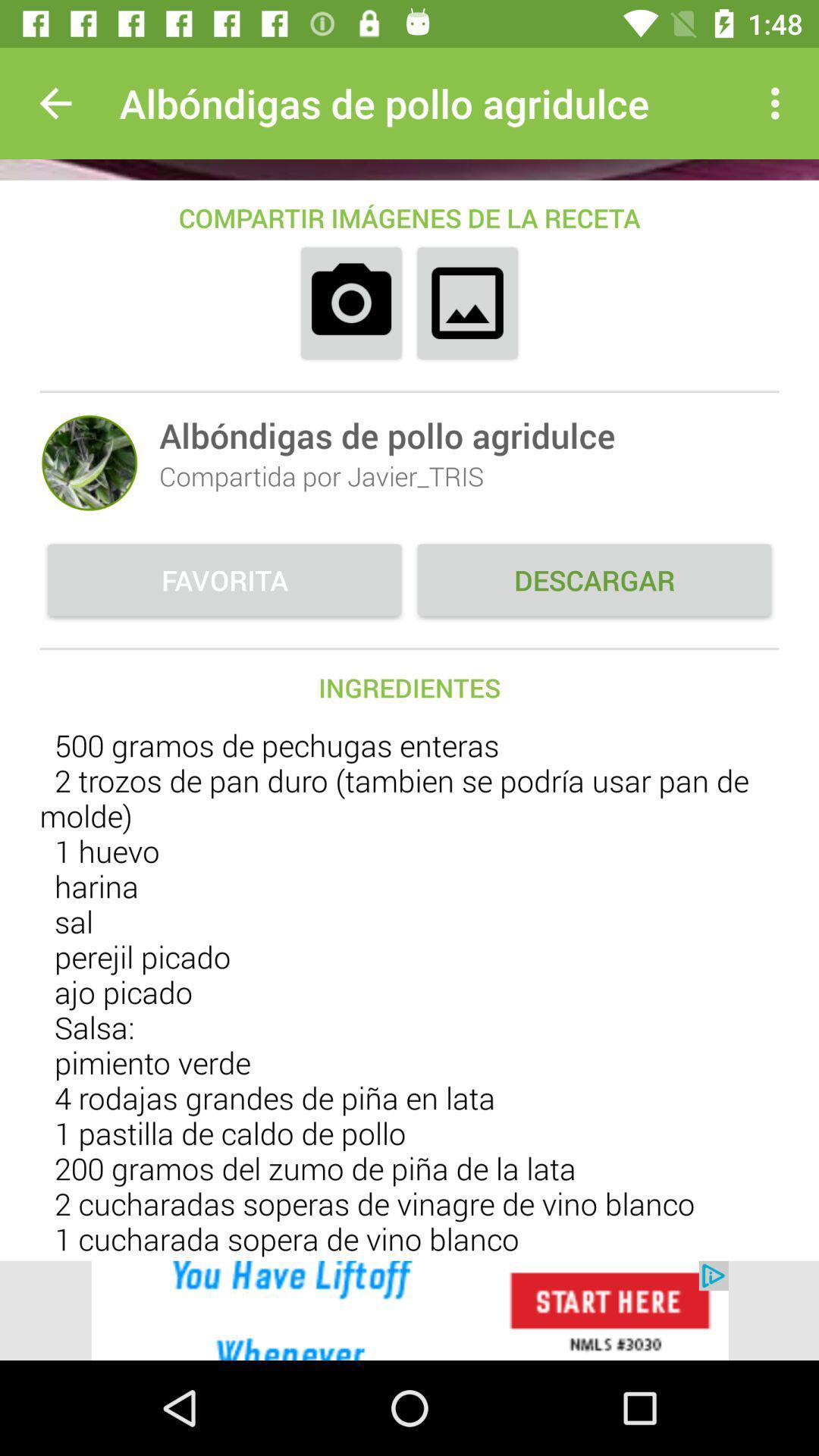 Image resolution: width=819 pixels, height=1456 pixels. What do you see at coordinates (351, 303) in the screenshot?
I see `the photo icon` at bounding box center [351, 303].